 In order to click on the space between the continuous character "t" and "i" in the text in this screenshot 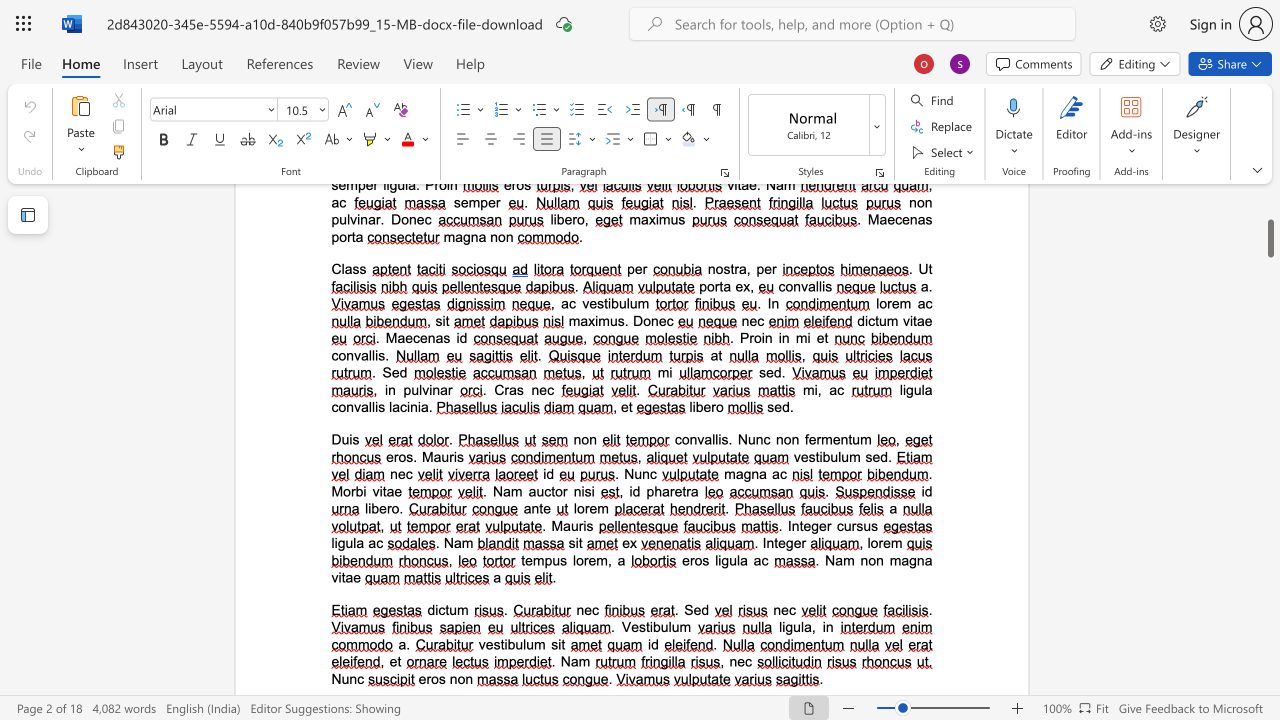, I will do `click(649, 626)`.